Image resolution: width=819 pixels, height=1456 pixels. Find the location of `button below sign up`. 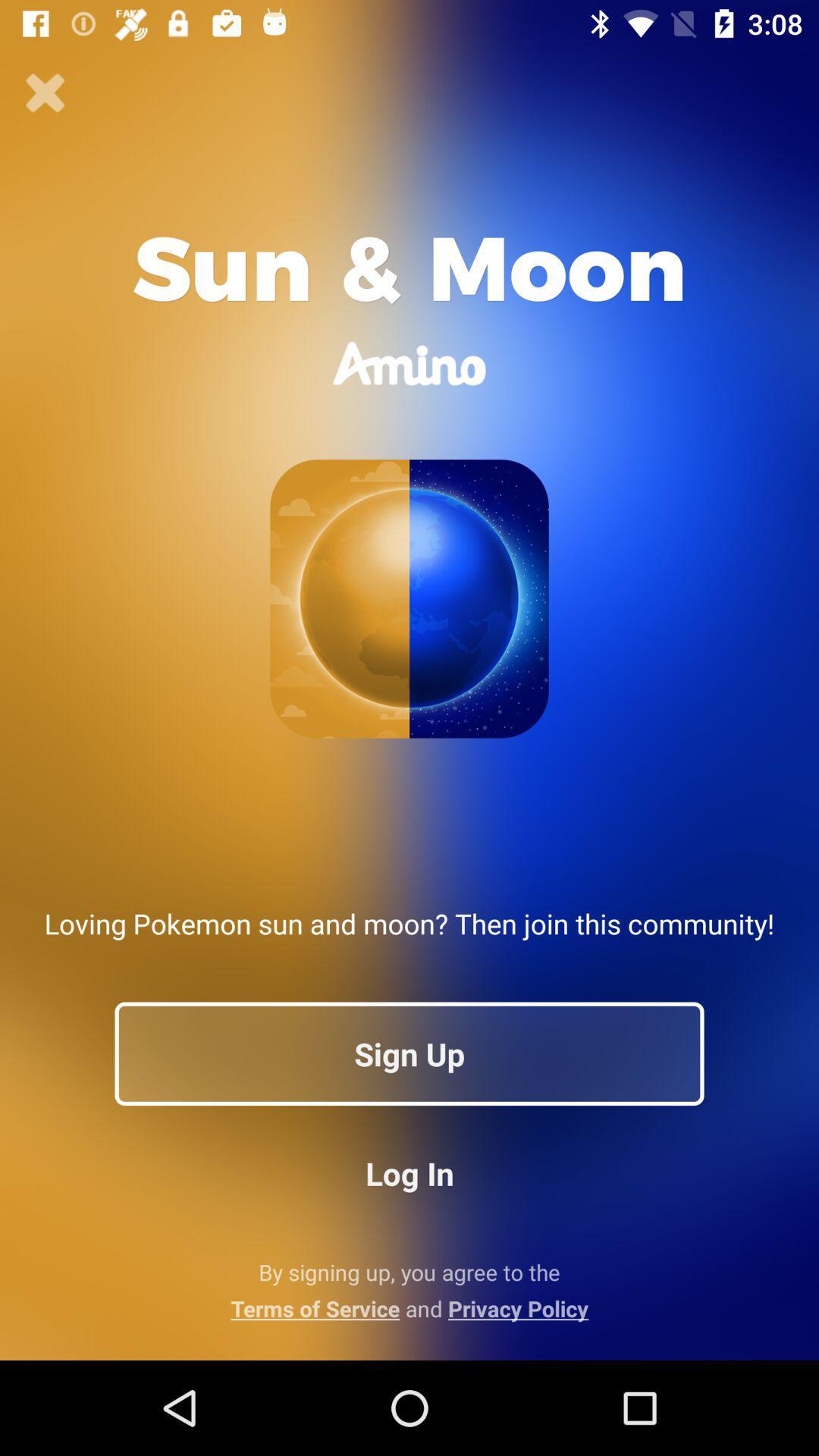

button below sign up is located at coordinates (409, 1172).